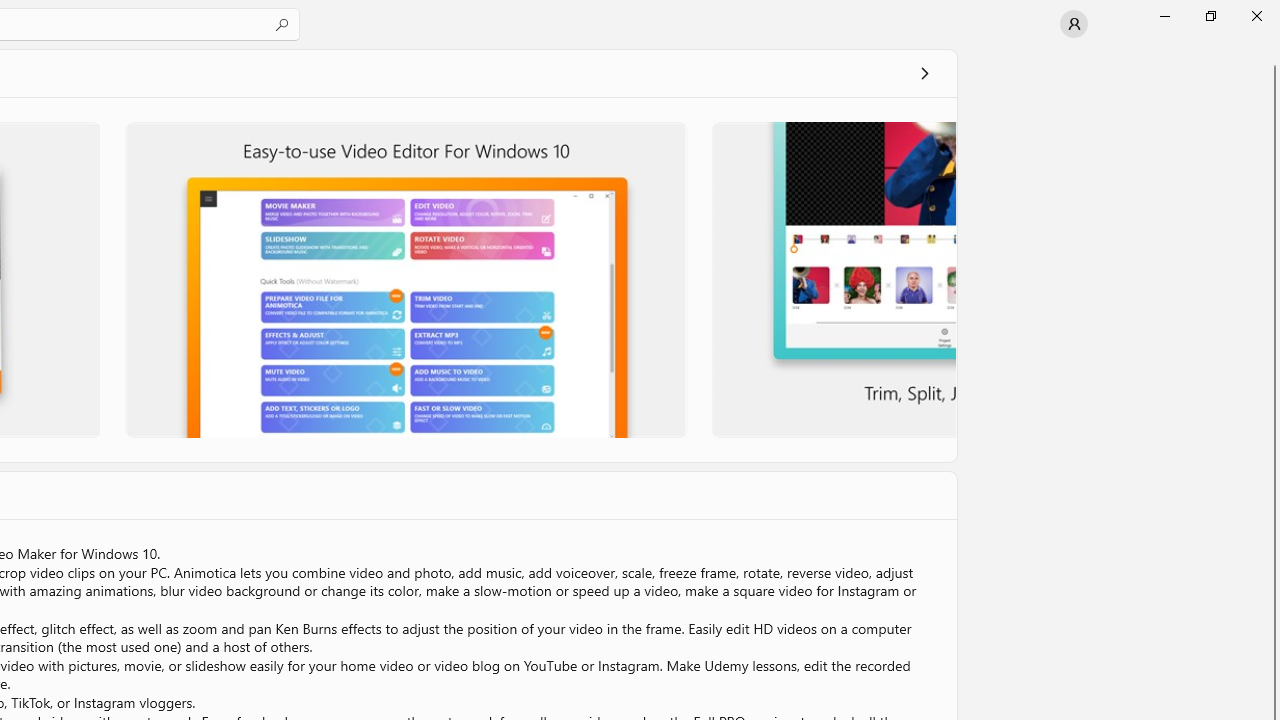 The height and width of the screenshot is (720, 1280). What do you see at coordinates (1209, 15) in the screenshot?
I see `'Restore Microsoft Store'` at bounding box center [1209, 15].